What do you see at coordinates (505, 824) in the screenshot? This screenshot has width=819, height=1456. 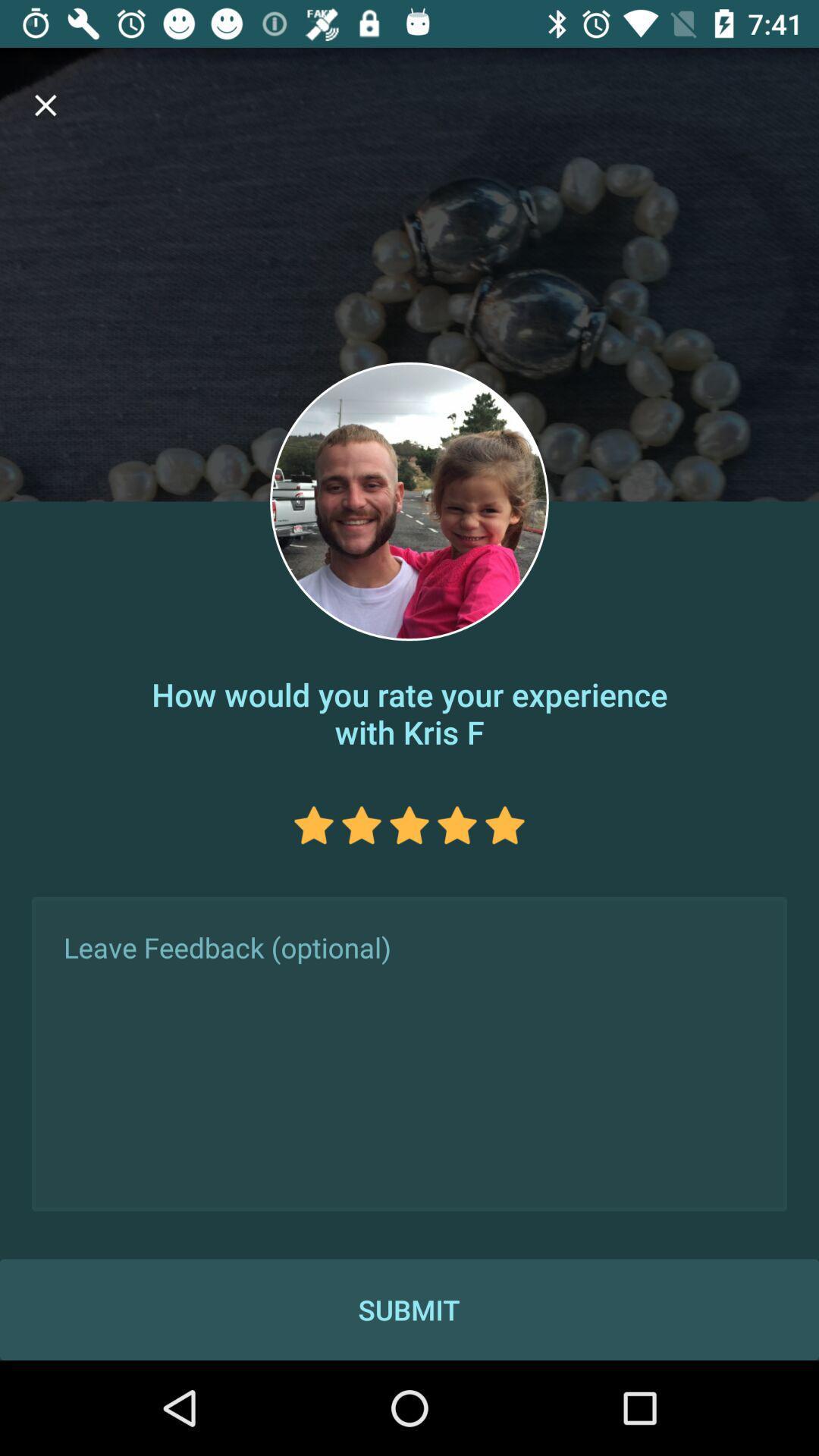 I see `rate with 5 stars` at bounding box center [505, 824].